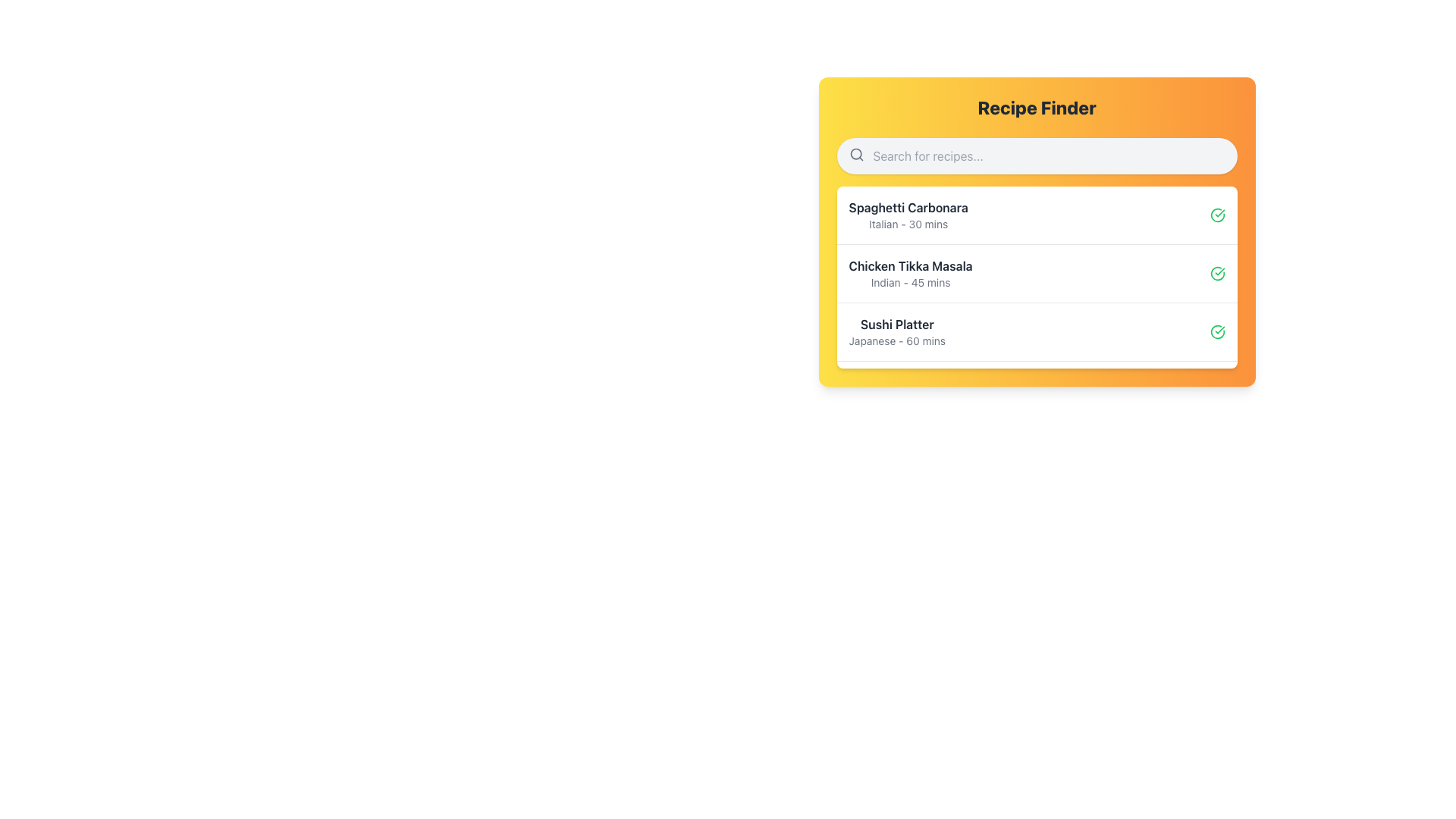 The height and width of the screenshot is (819, 1456). I want to click on the magnifying glass icon, which is a circular search indicator with a diagonal handle, located on the leftmost side of the input field within the search bar, so click(856, 155).